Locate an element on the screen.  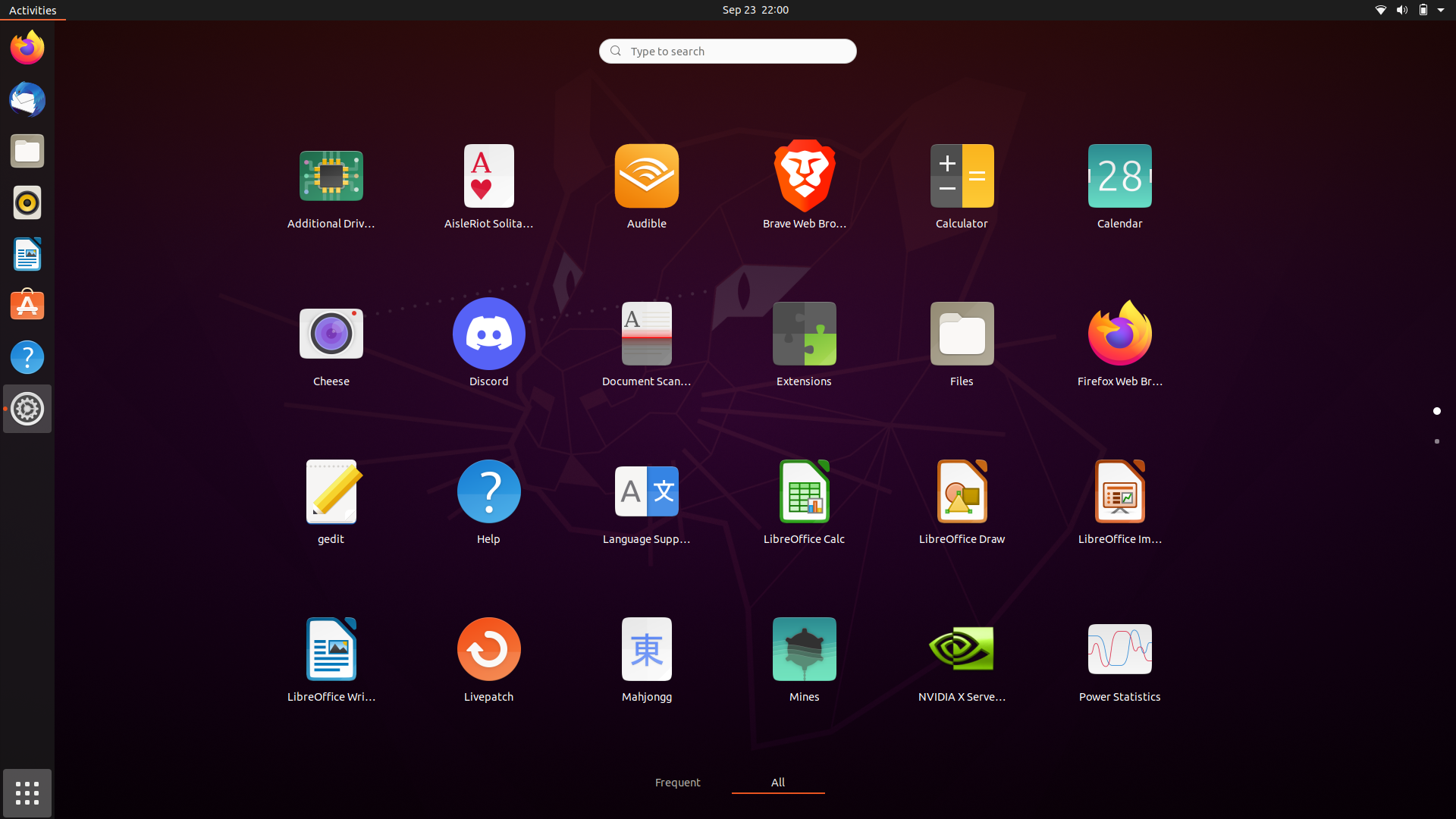
Activate the Calendar program is located at coordinates (1119, 184).